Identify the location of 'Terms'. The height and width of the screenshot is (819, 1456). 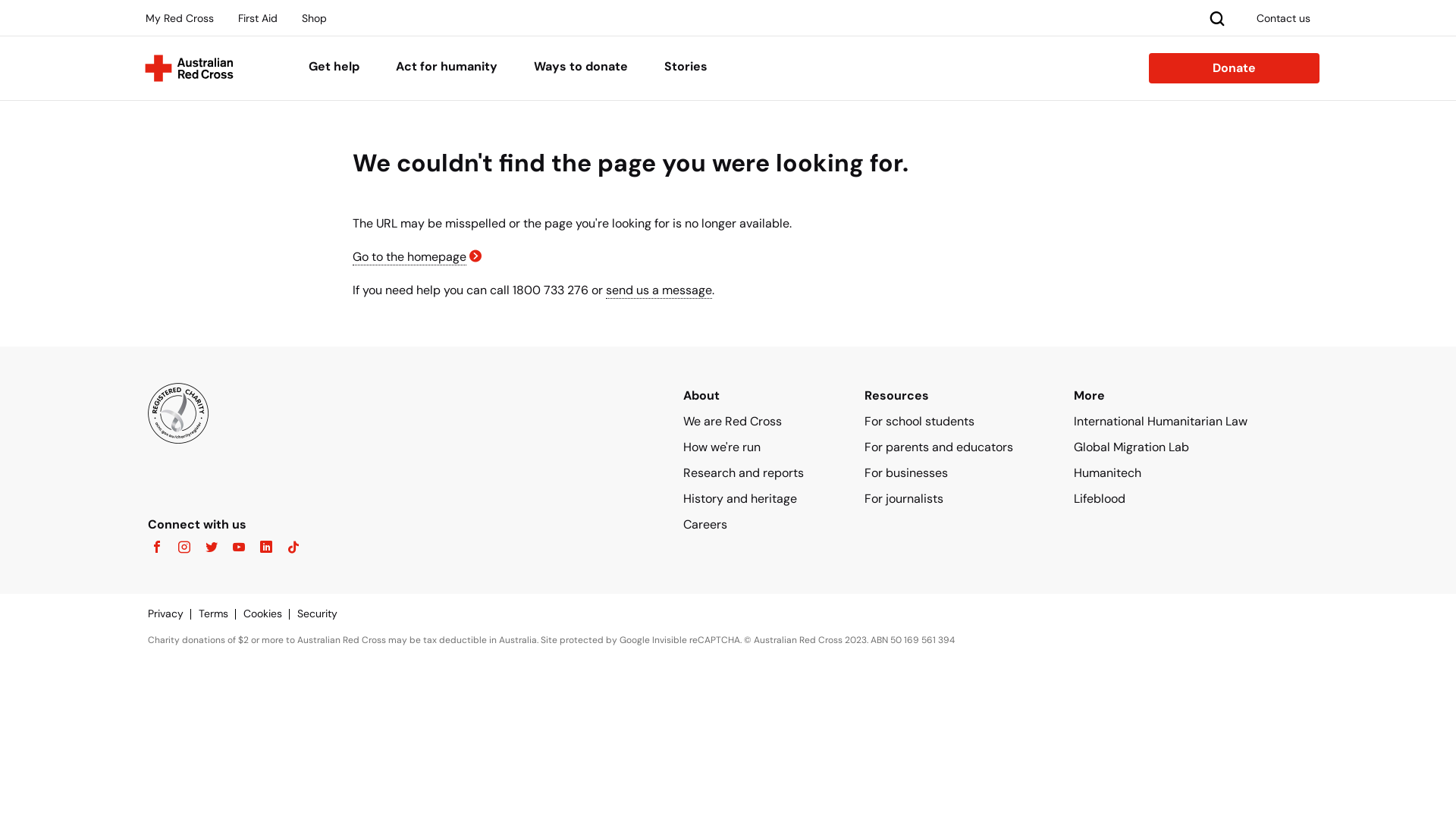
(220, 613).